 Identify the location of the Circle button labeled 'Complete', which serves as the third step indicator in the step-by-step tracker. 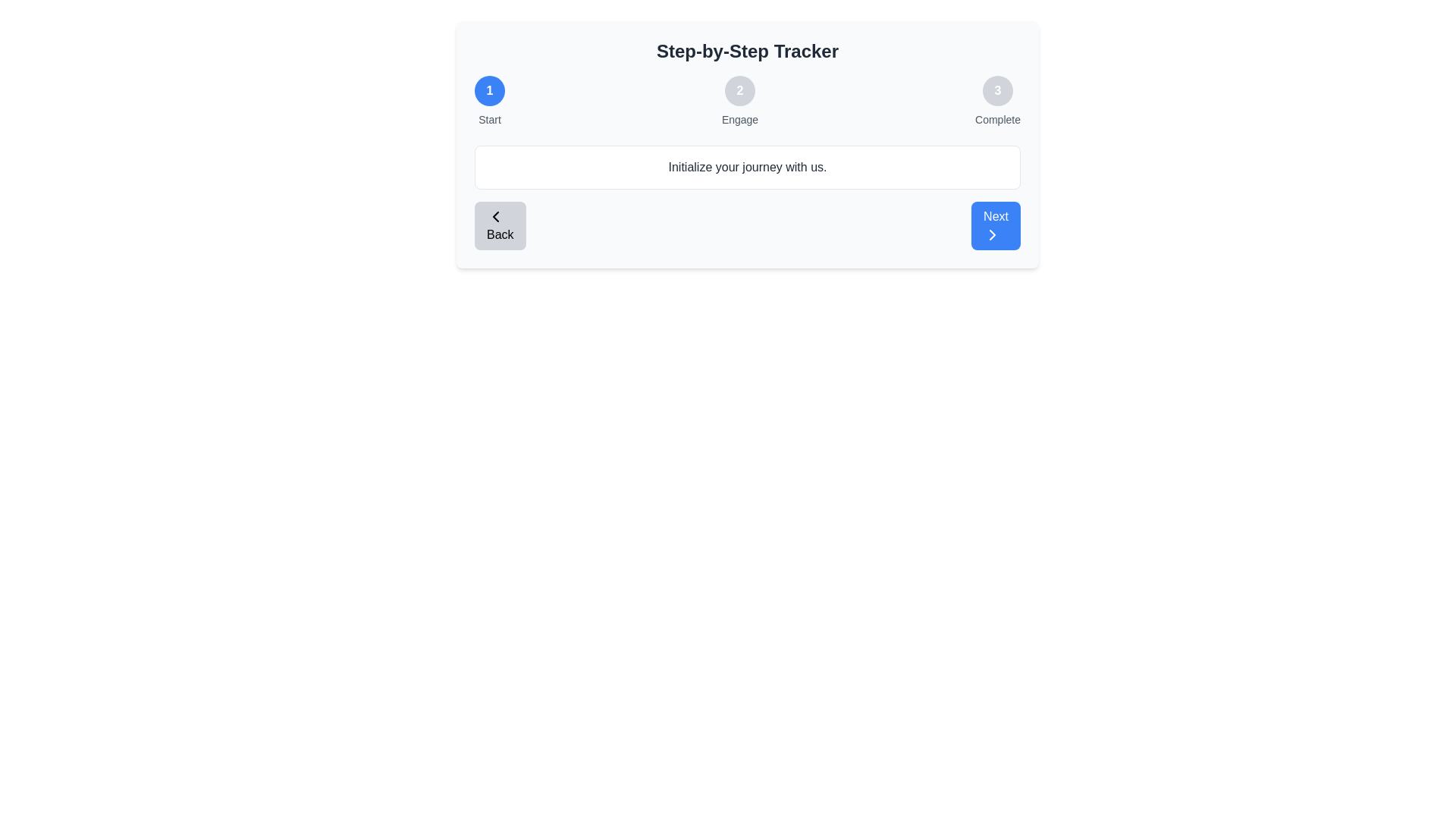
(997, 90).